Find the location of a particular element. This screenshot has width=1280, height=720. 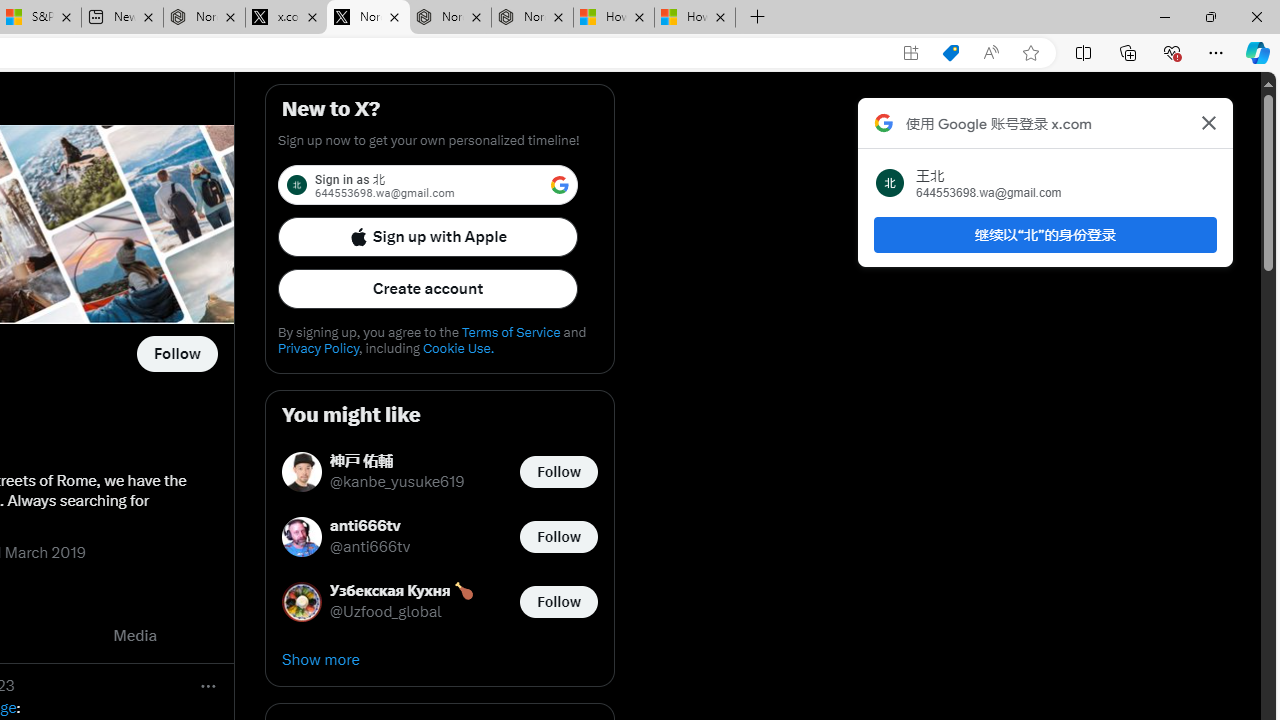

'Follow @NordaceOfficial' is located at coordinates (177, 353).